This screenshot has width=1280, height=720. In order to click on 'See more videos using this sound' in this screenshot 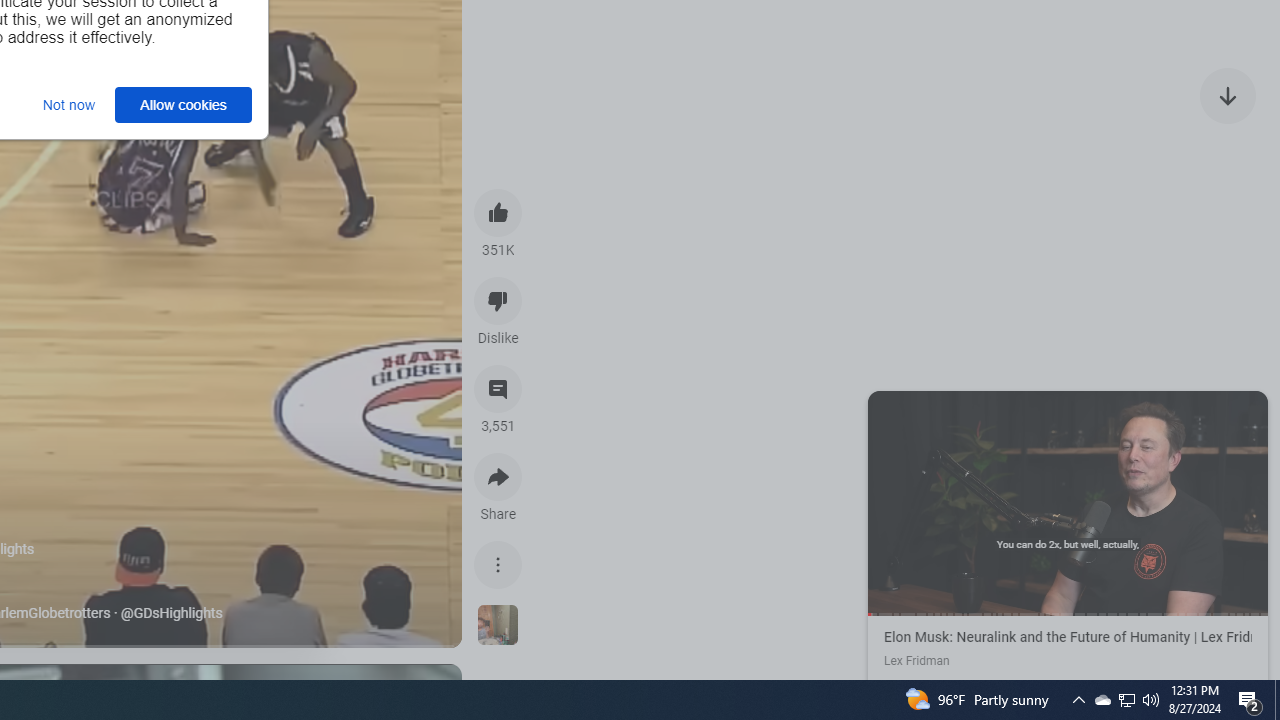, I will do `click(497, 625)`.